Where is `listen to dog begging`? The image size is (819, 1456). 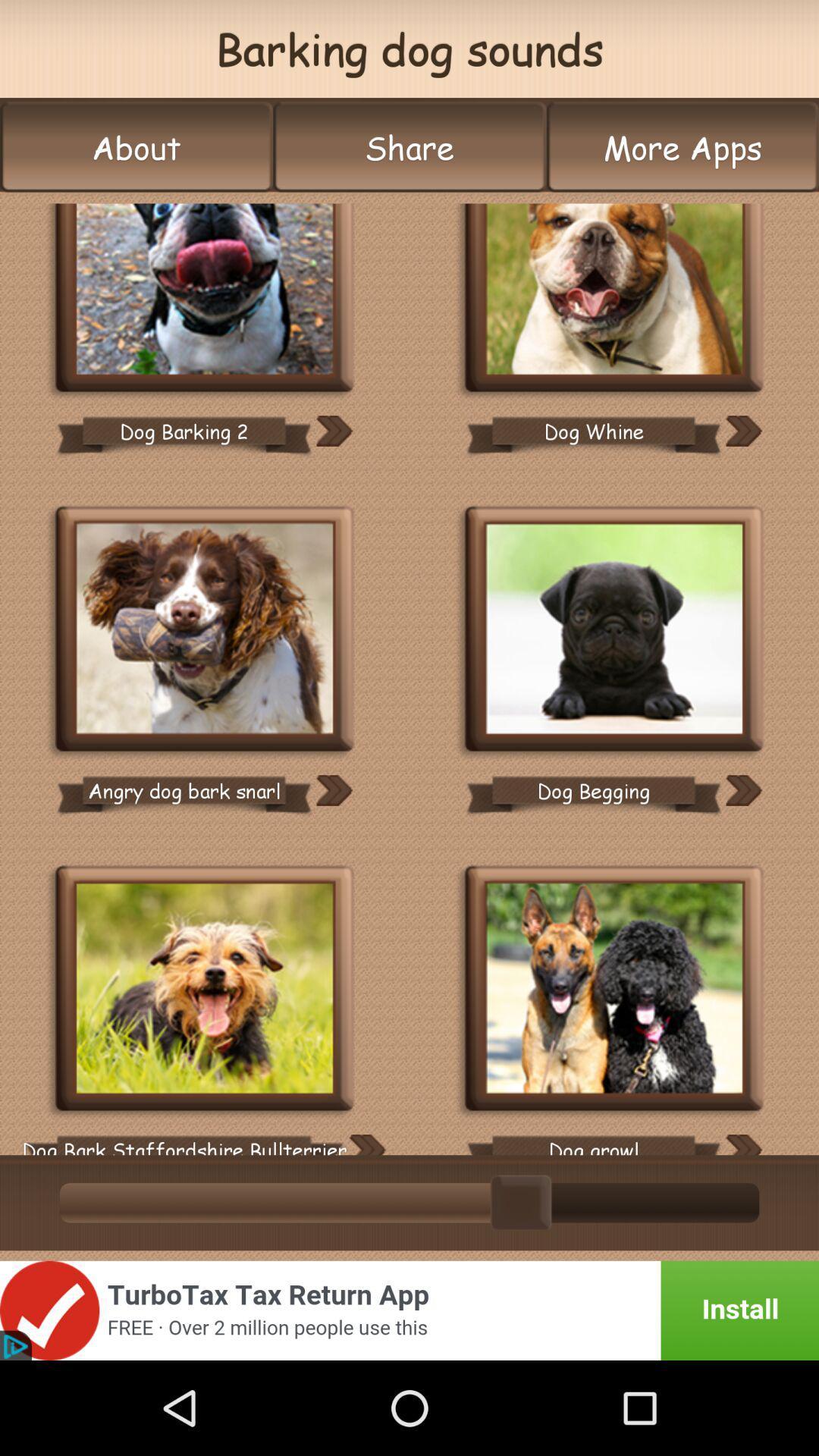 listen to dog begging is located at coordinates (742, 789).